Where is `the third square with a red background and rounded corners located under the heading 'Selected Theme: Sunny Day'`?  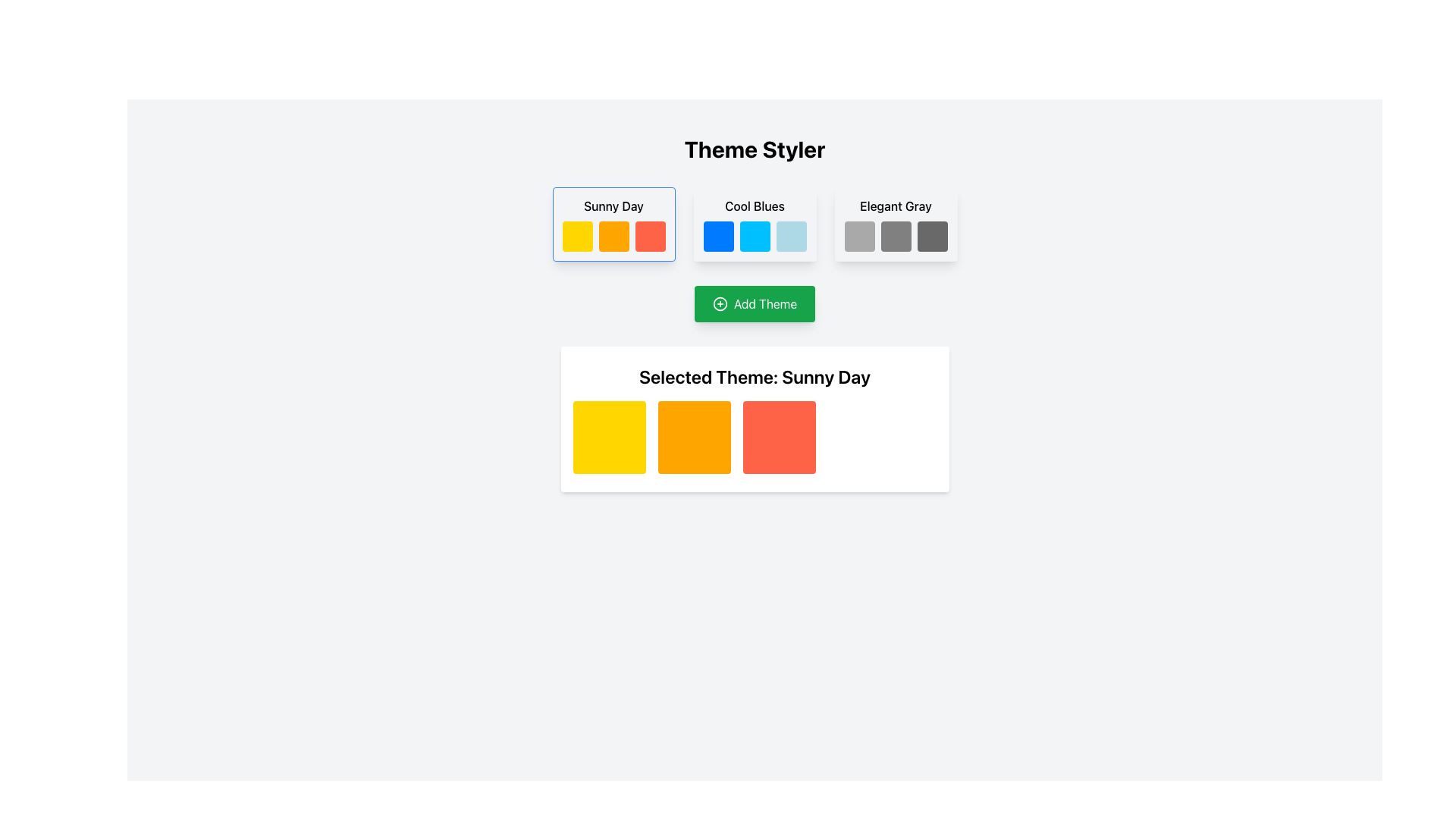
the third square with a red background and rounded corners located under the heading 'Selected Theme: Sunny Day' is located at coordinates (779, 438).